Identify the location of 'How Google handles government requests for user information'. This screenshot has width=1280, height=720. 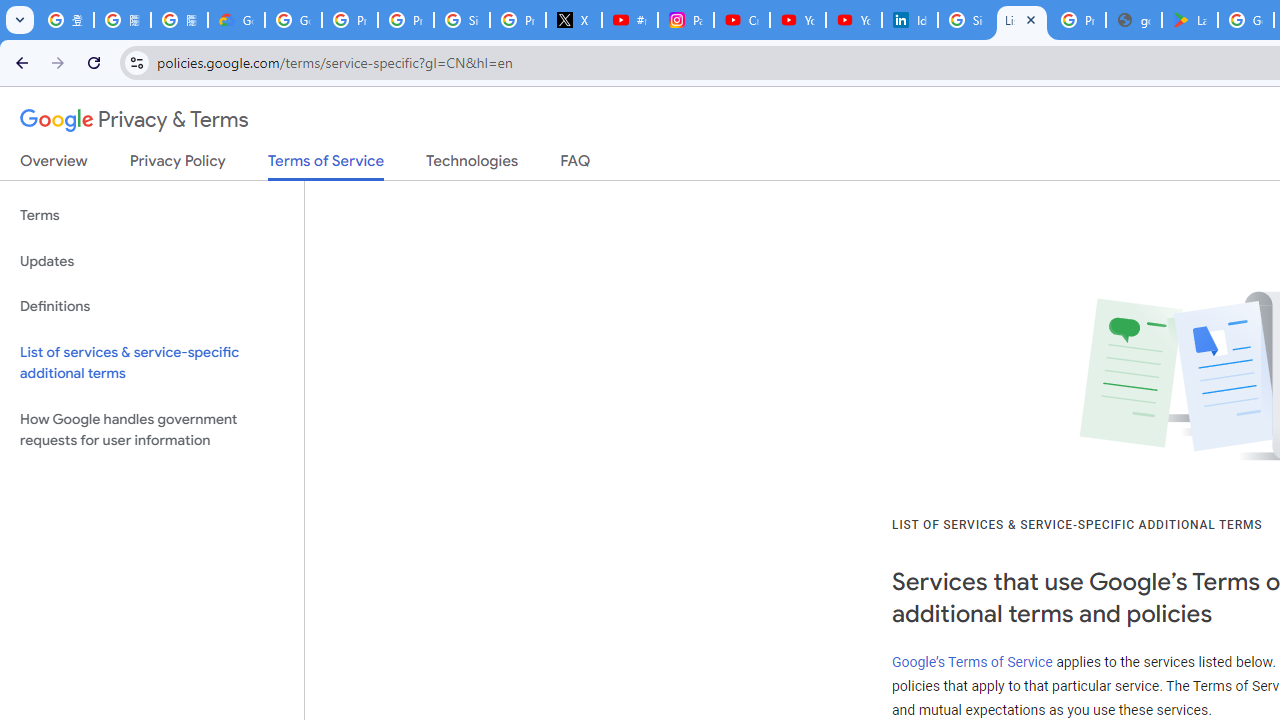
(151, 428).